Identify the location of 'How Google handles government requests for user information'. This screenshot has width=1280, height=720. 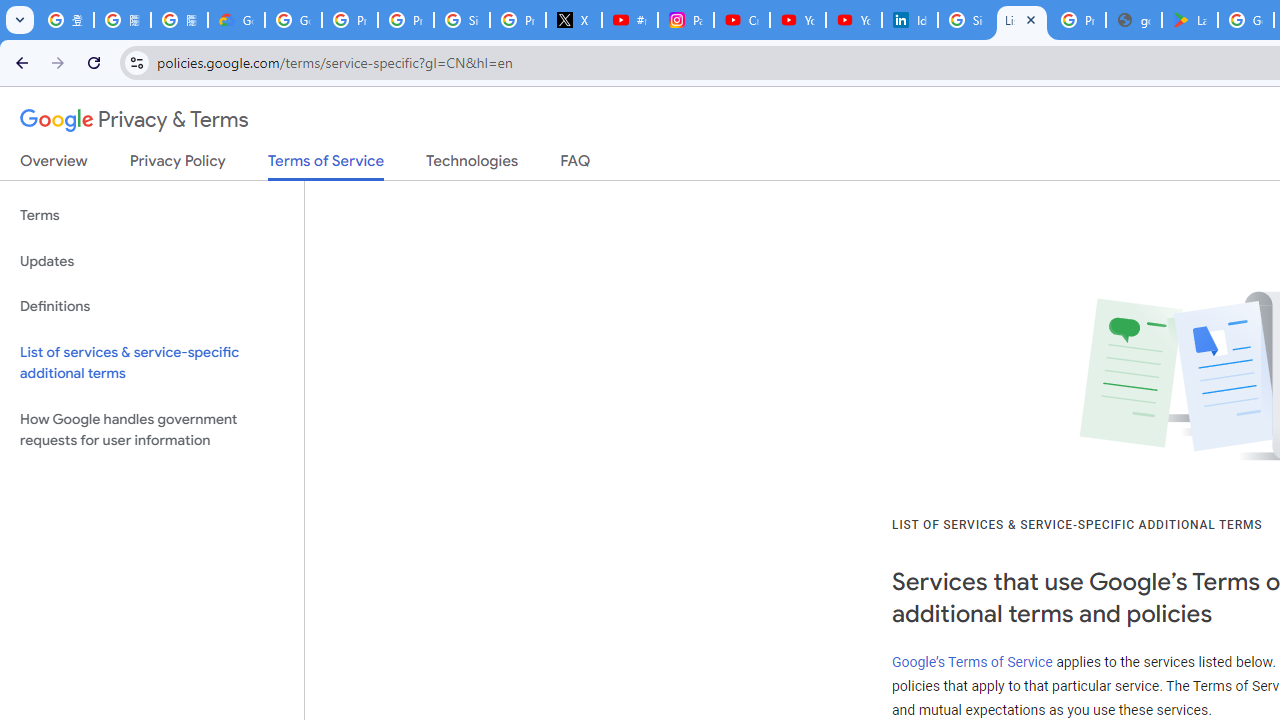
(151, 428).